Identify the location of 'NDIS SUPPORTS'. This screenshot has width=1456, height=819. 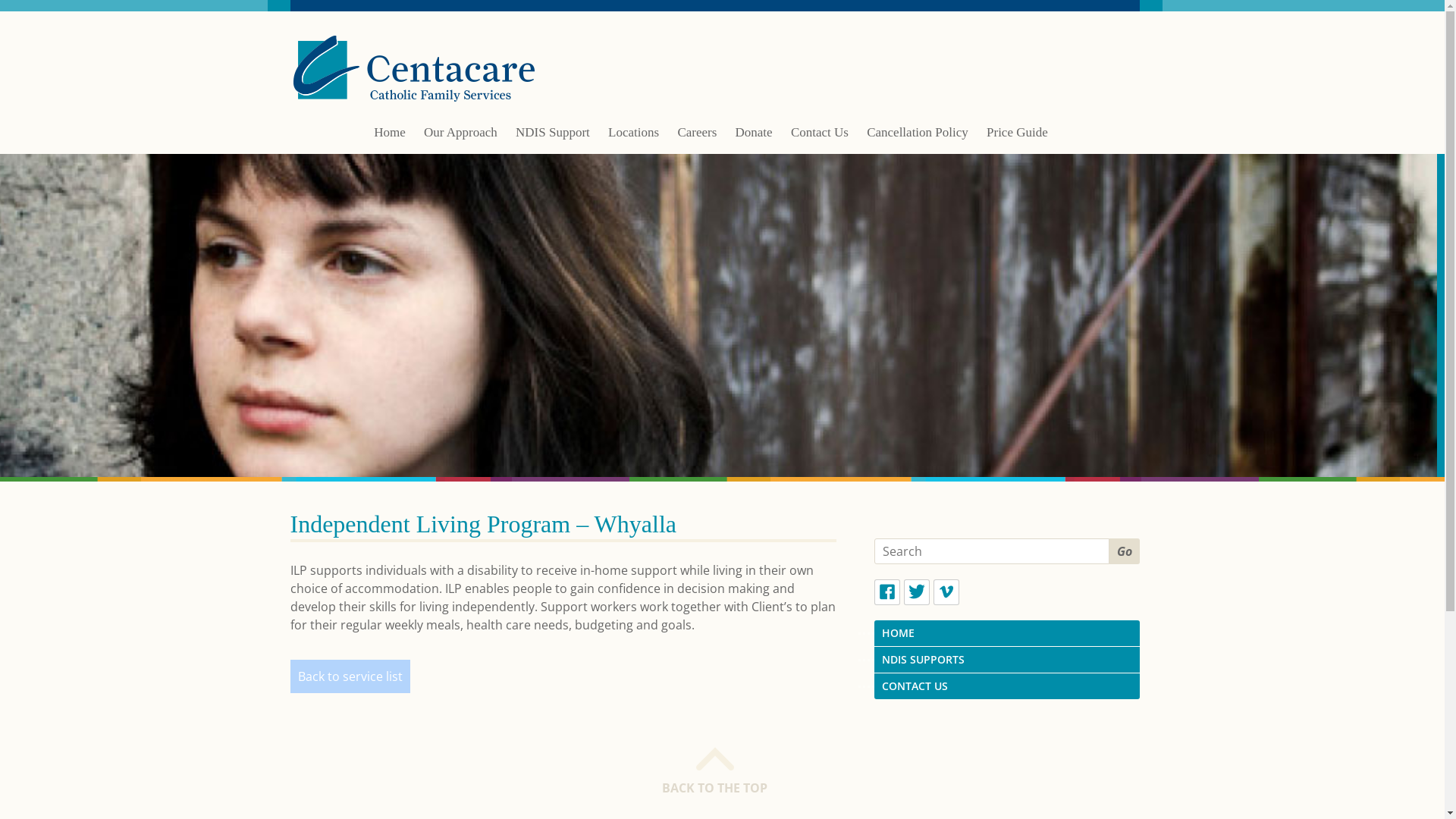
(1006, 659).